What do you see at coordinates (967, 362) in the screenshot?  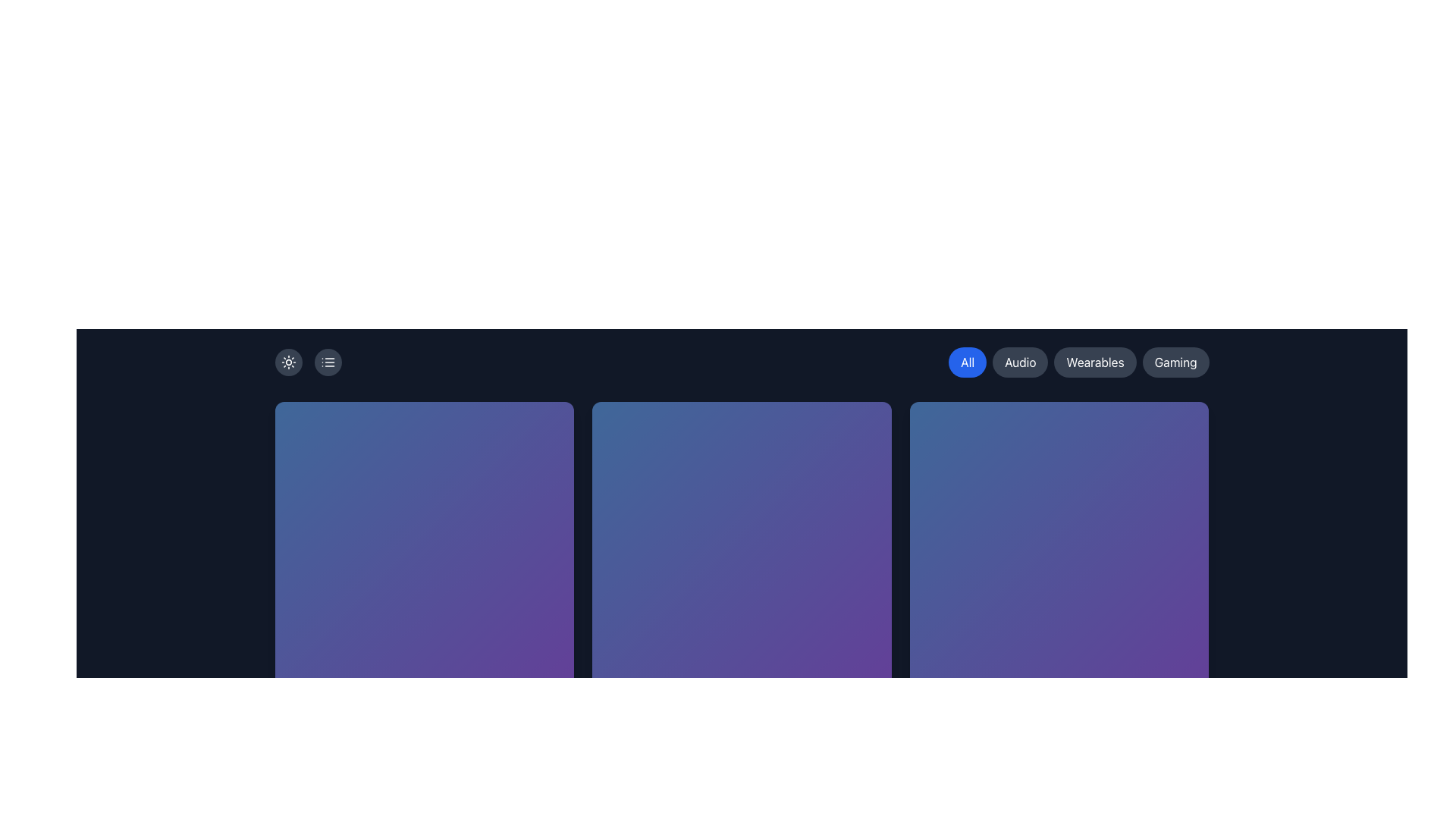 I see `the navigational button located at the top-right section of the interface` at bounding box center [967, 362].